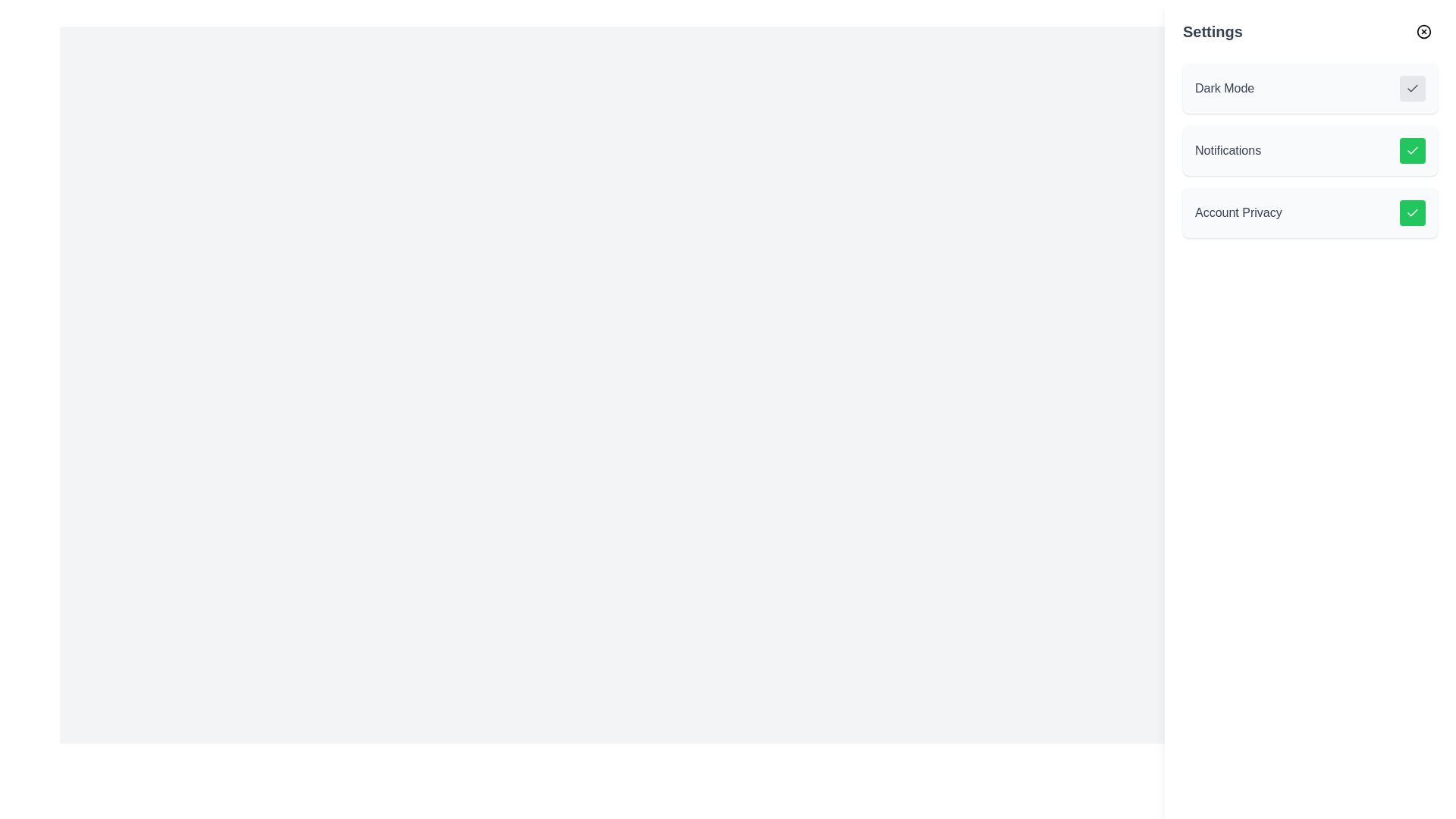 The height and width of the screenshot is (819, 1456). What do you see at coordinates (1411, 88) in the screenshot?
I see `the checkmark icon inside the toggle button for 'Dark Mode'` at bounding box center [1411, 88].